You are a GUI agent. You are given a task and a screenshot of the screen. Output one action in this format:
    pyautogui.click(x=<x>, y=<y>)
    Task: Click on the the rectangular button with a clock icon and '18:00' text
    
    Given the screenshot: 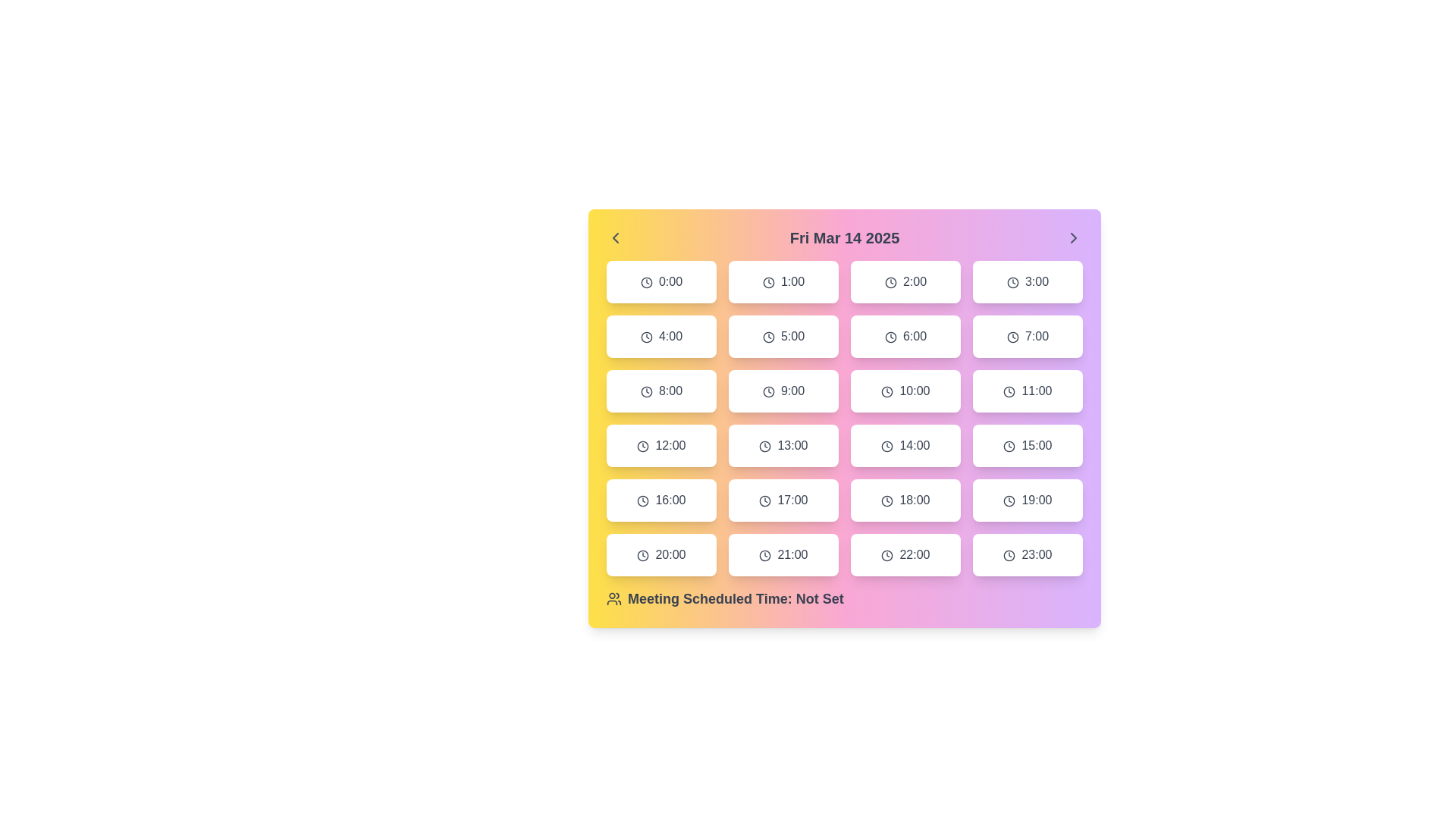 What is the action you would take?
    pyautogui.click(x=905, y=500)
    